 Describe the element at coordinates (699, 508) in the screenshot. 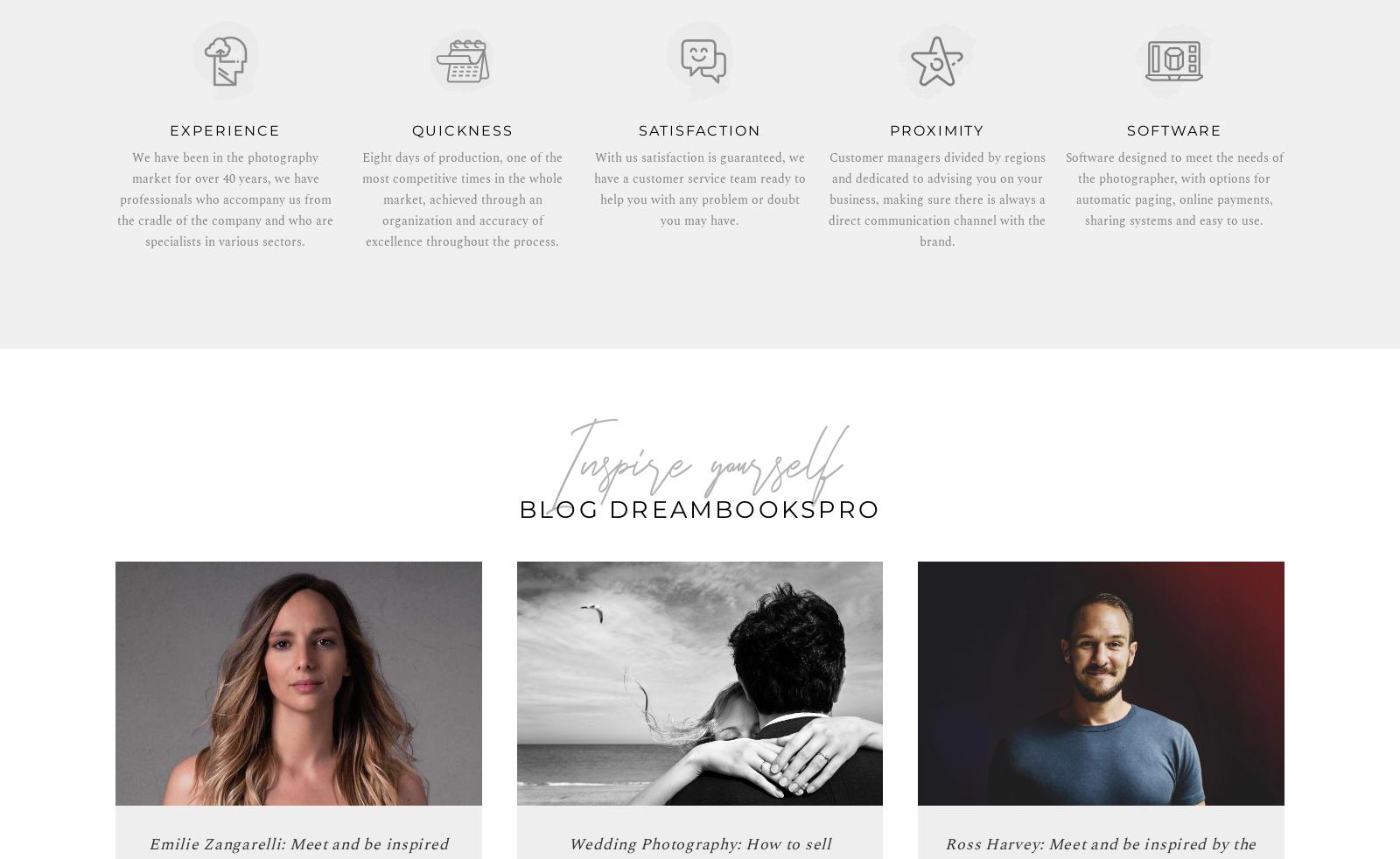

I see `'Blog DreambooksPRO'` at that location.